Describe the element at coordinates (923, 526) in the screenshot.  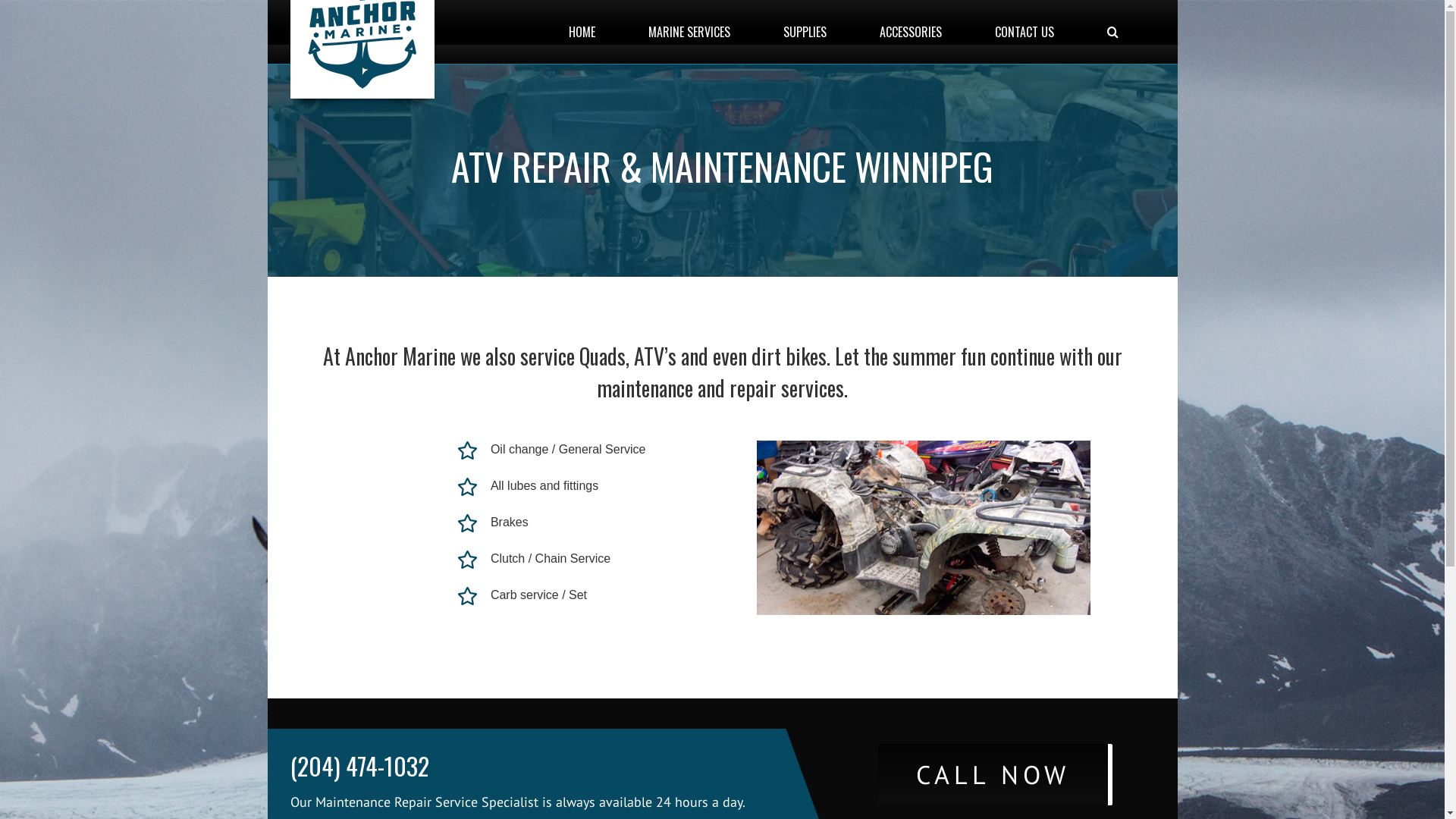
I see `'atv repair mechanic winnipeg'` at that location.